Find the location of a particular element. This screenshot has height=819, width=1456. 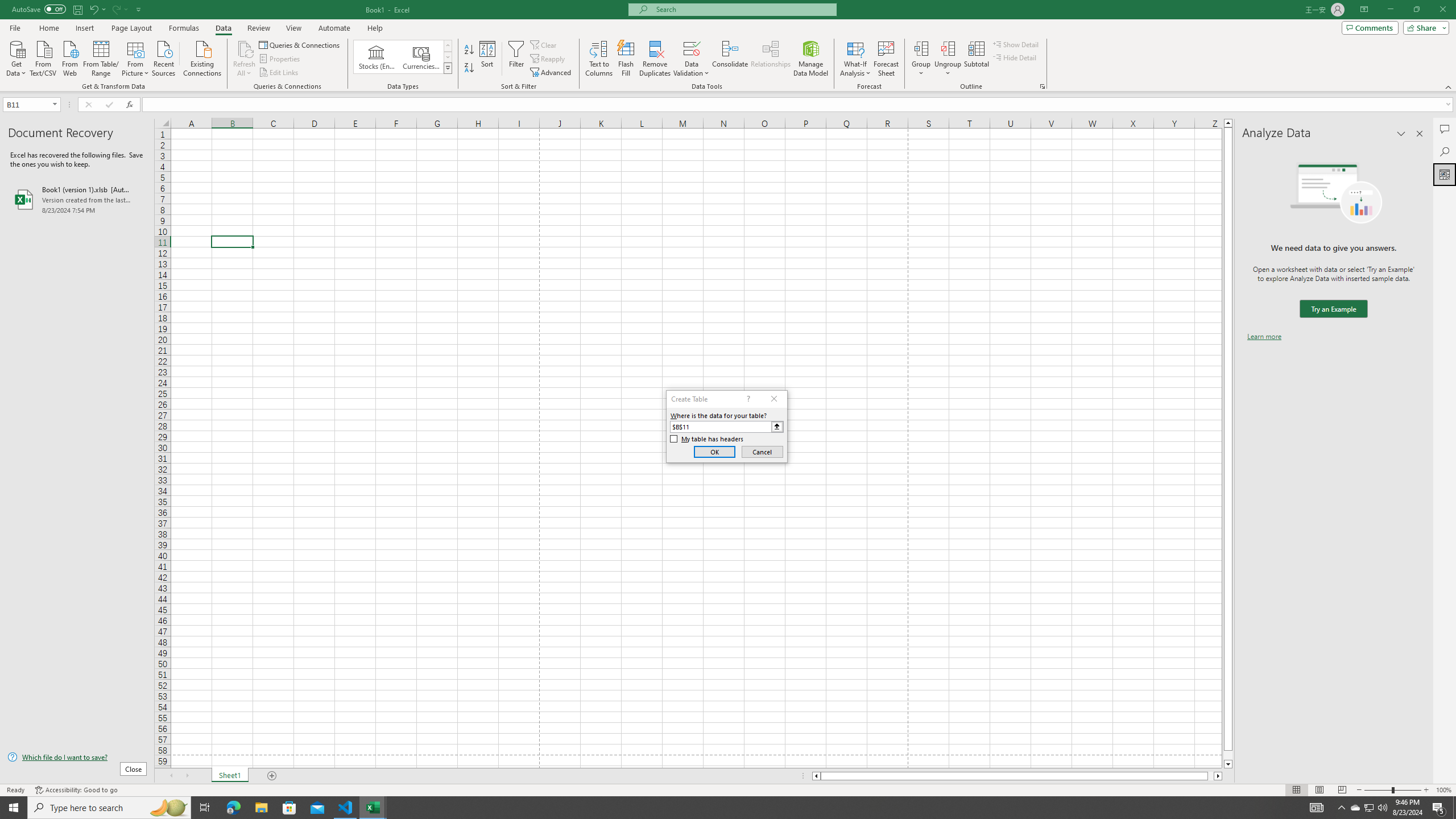

'Search' is located at coordinates (1444, 152).